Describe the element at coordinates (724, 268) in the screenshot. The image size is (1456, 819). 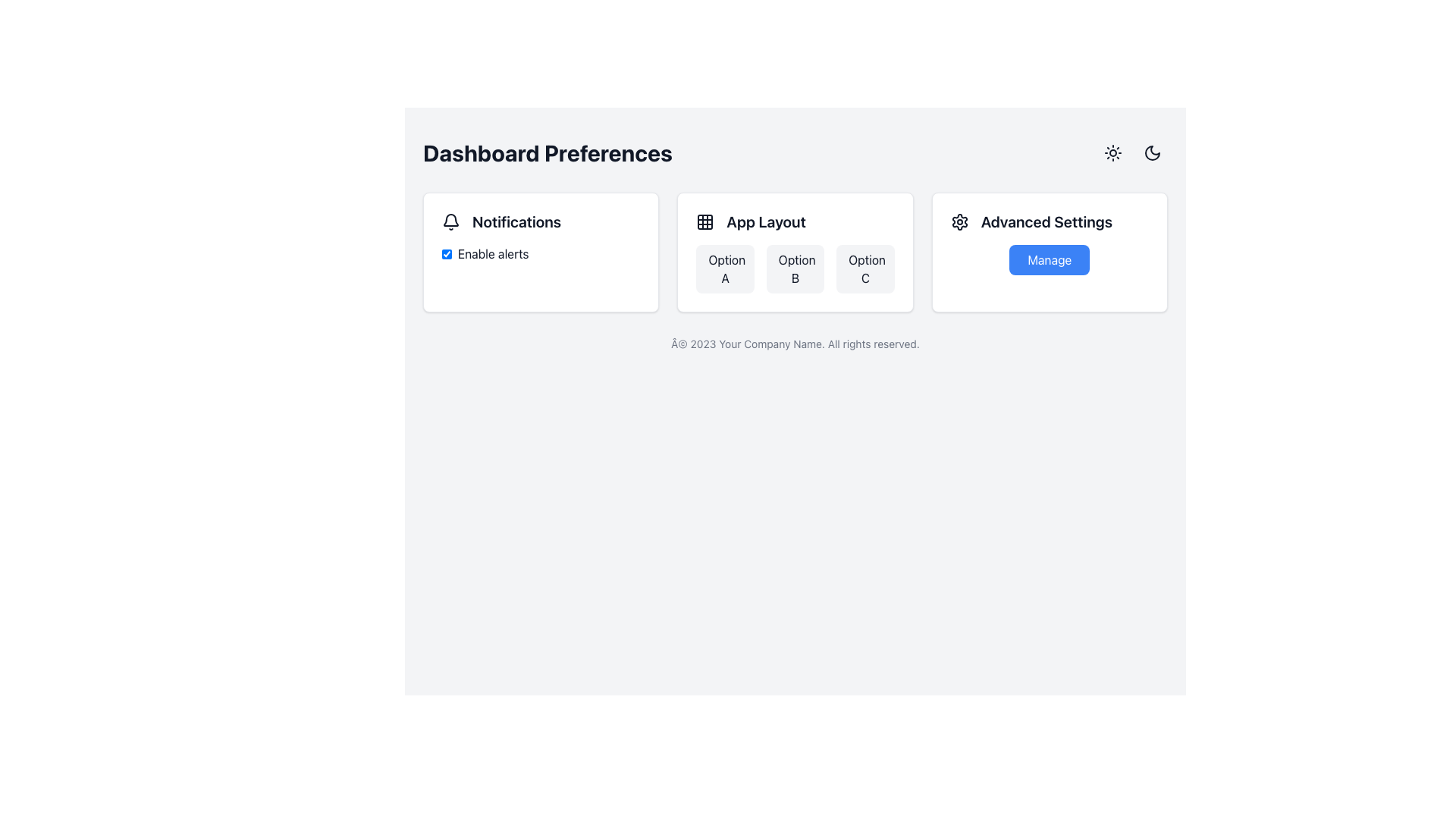
I see `the 'Option A' button, the first selectable option under the 'App Layout' heading` at that location.